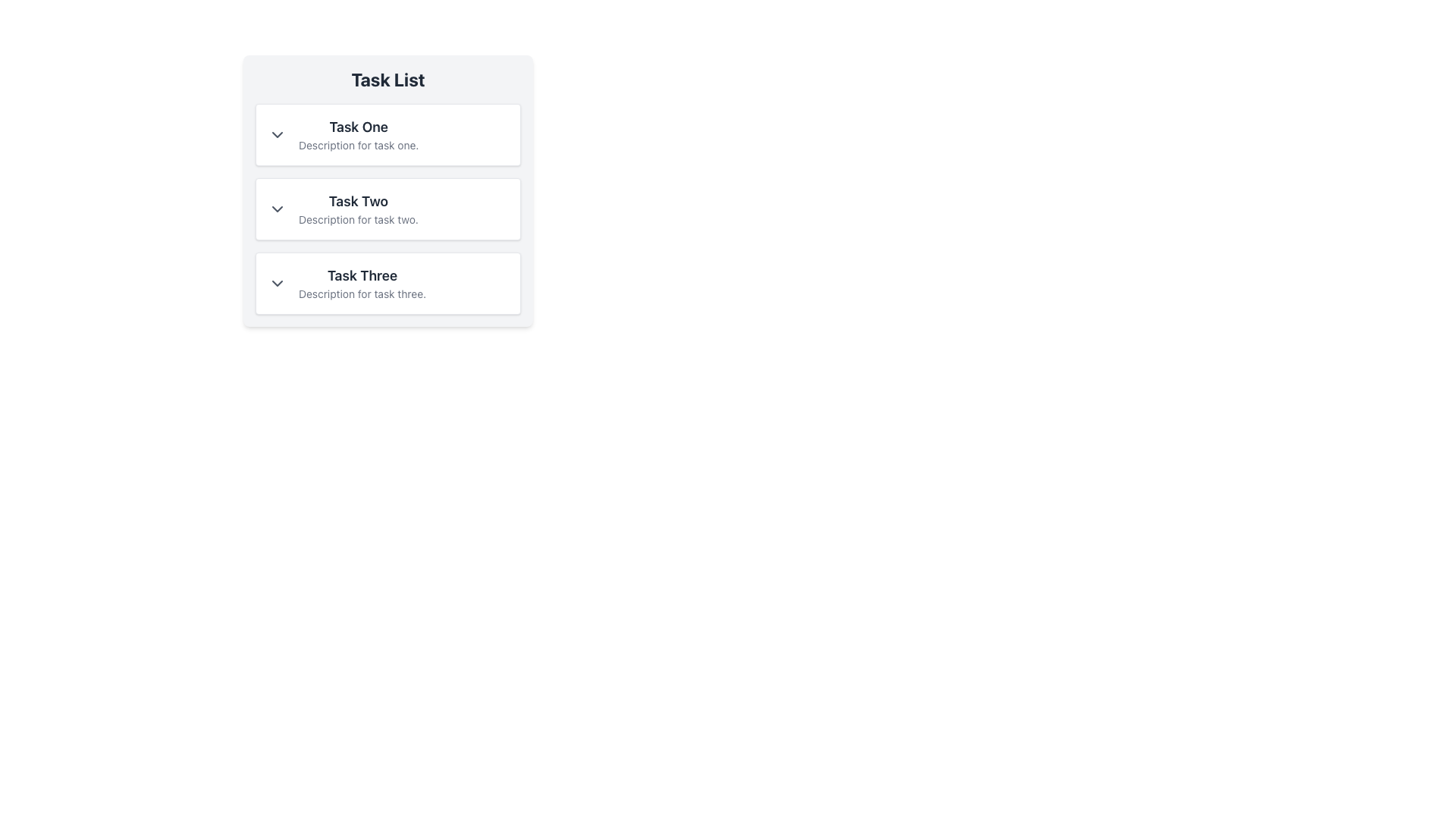 Image resolution: width=1456 pixels, height=819 pixels. I want to click on the Text Label displaying 'Task Three' in bold dark gray font, located in the third item of the 'Task List', so click(362, 275).